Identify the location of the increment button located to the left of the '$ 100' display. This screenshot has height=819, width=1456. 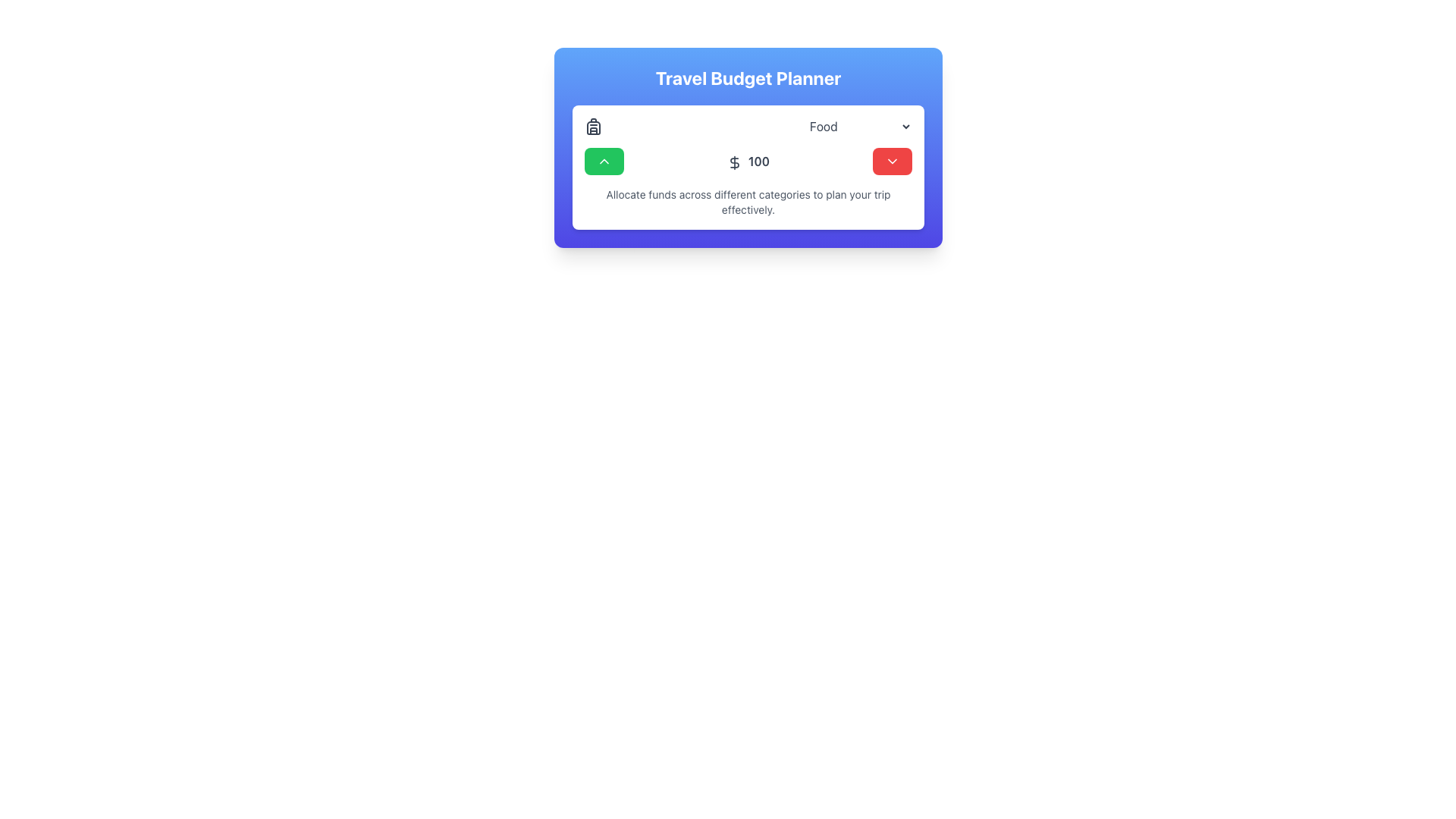
(603, 161).